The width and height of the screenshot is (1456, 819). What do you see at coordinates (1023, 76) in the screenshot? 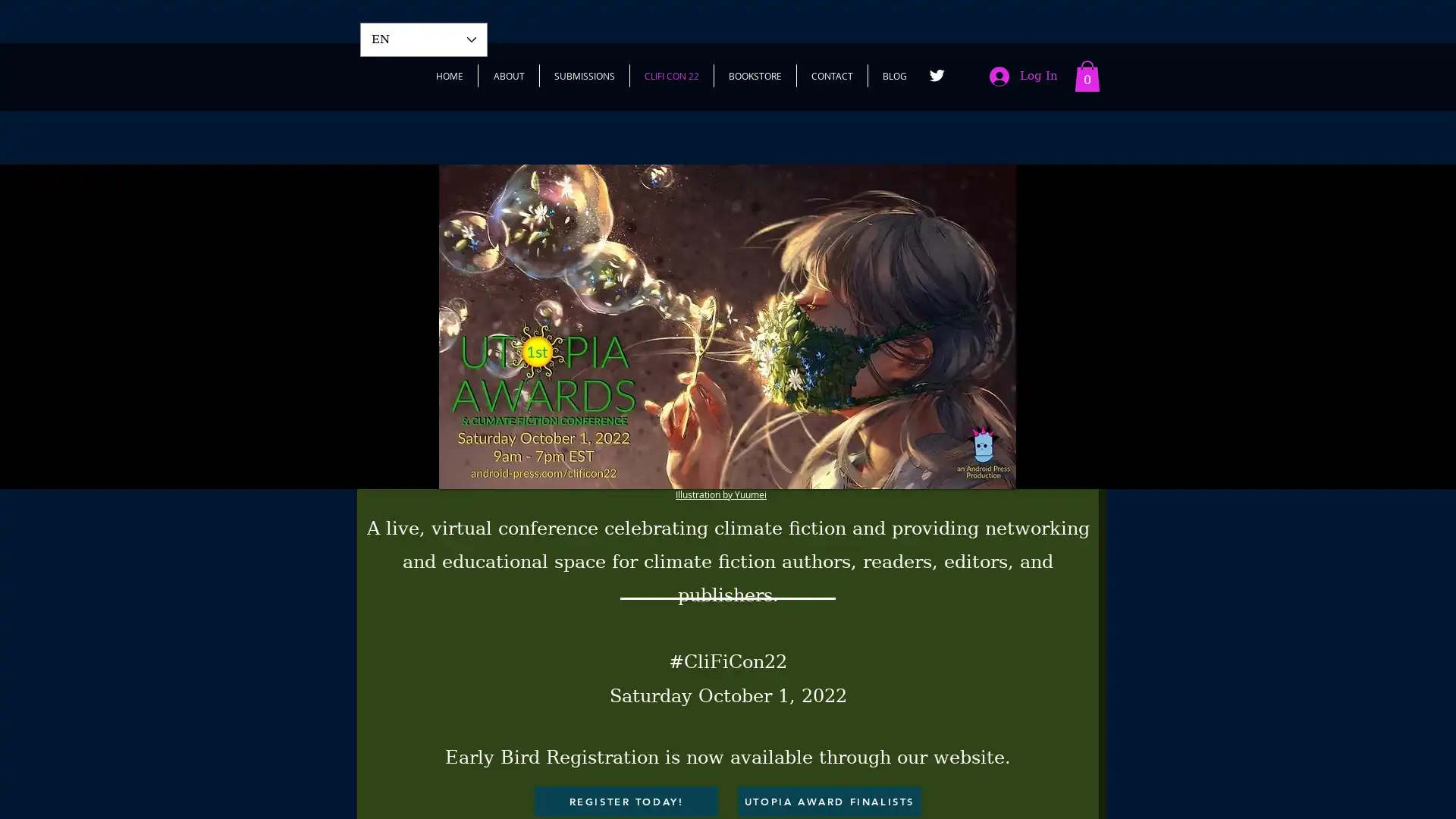
I see `Log In` at bounding box center [1023, 76].